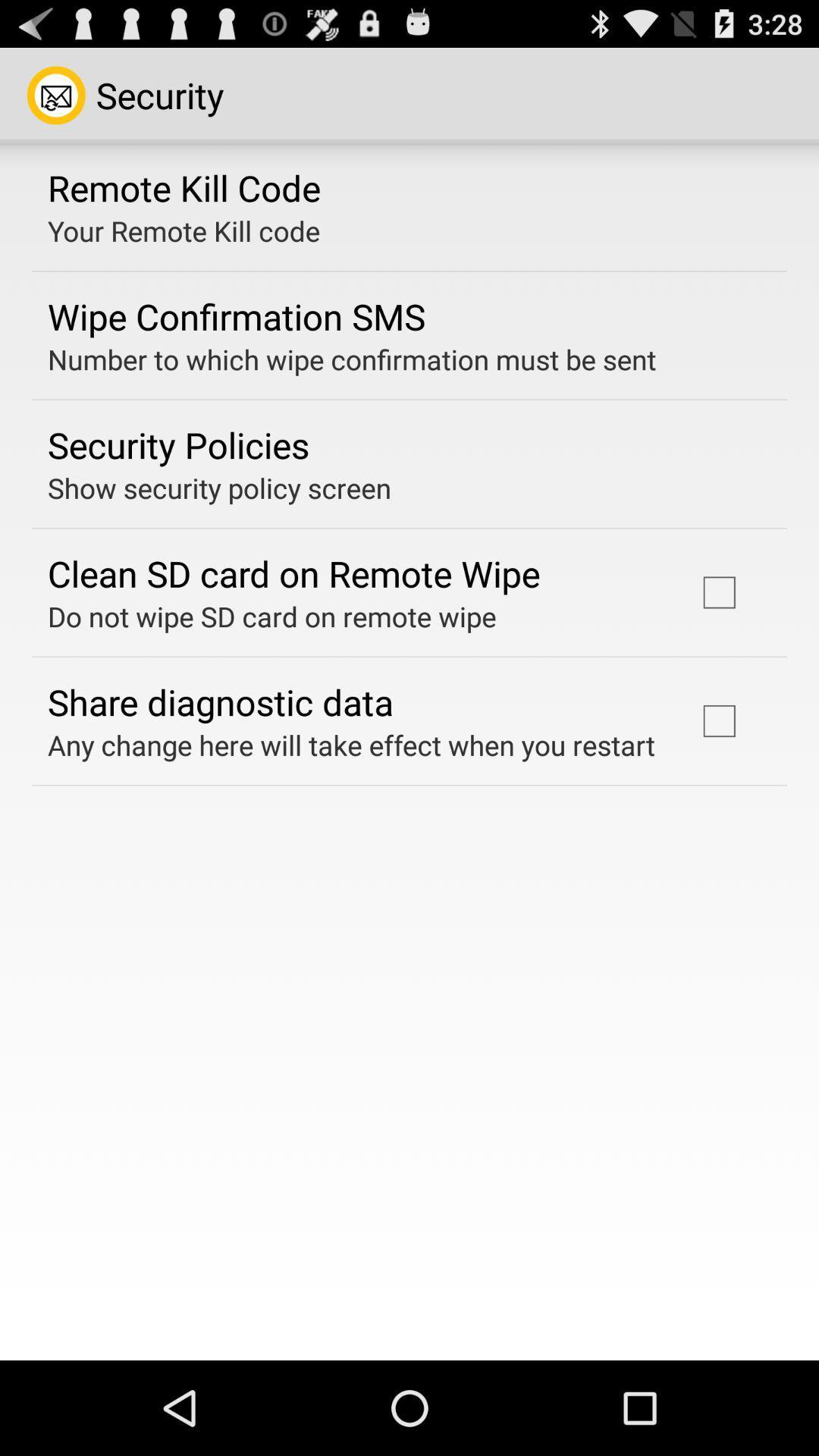 The width and height of the screenshot is (819, 1456). I want to click on item below the number to which app, so click(177, 444).